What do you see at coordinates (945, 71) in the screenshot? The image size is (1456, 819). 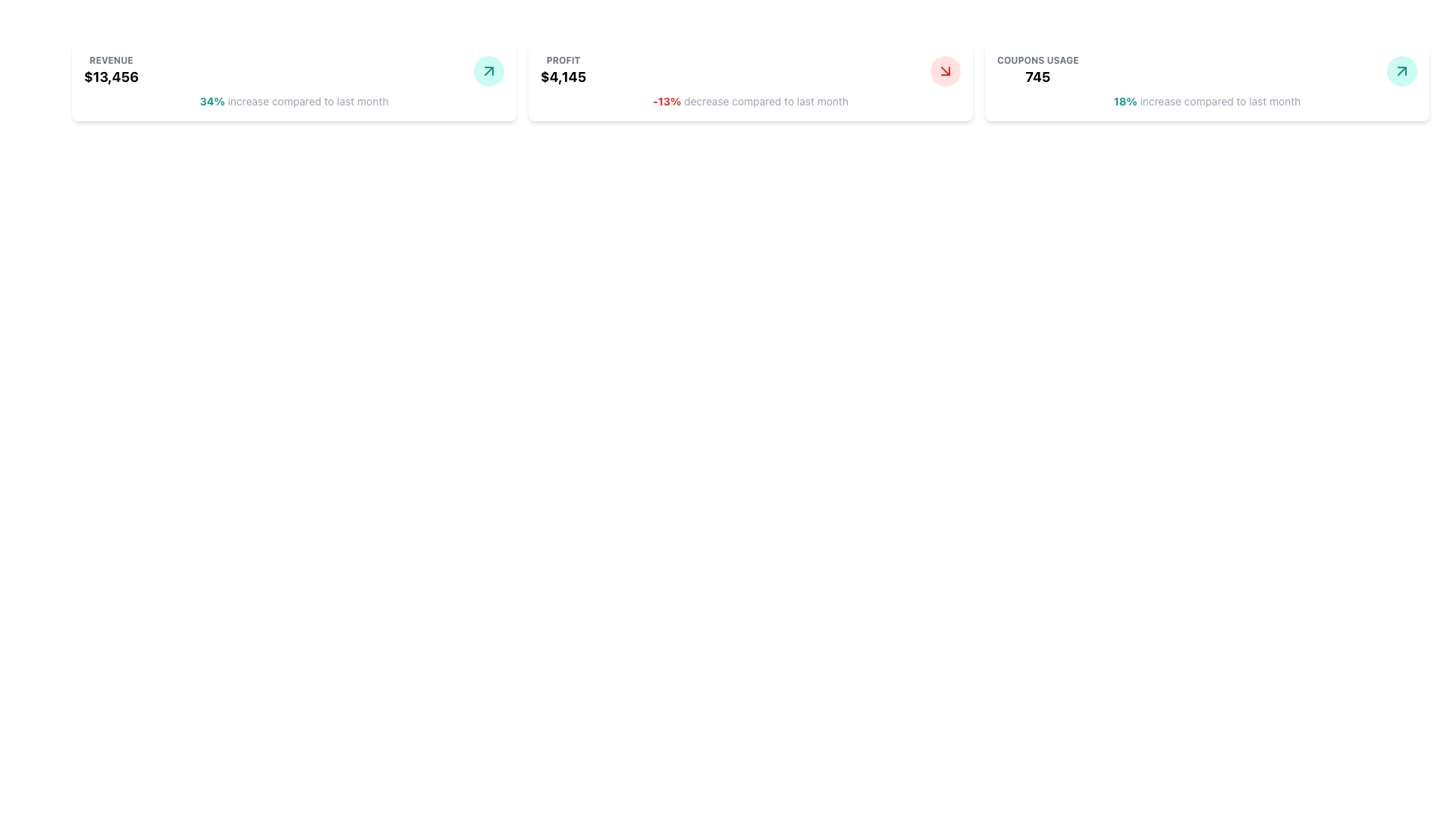 I see `the circular icon with a red background and a white arrow inside, located at the bottom-right of the 'Profit' card` at bounding box center [945, 71].